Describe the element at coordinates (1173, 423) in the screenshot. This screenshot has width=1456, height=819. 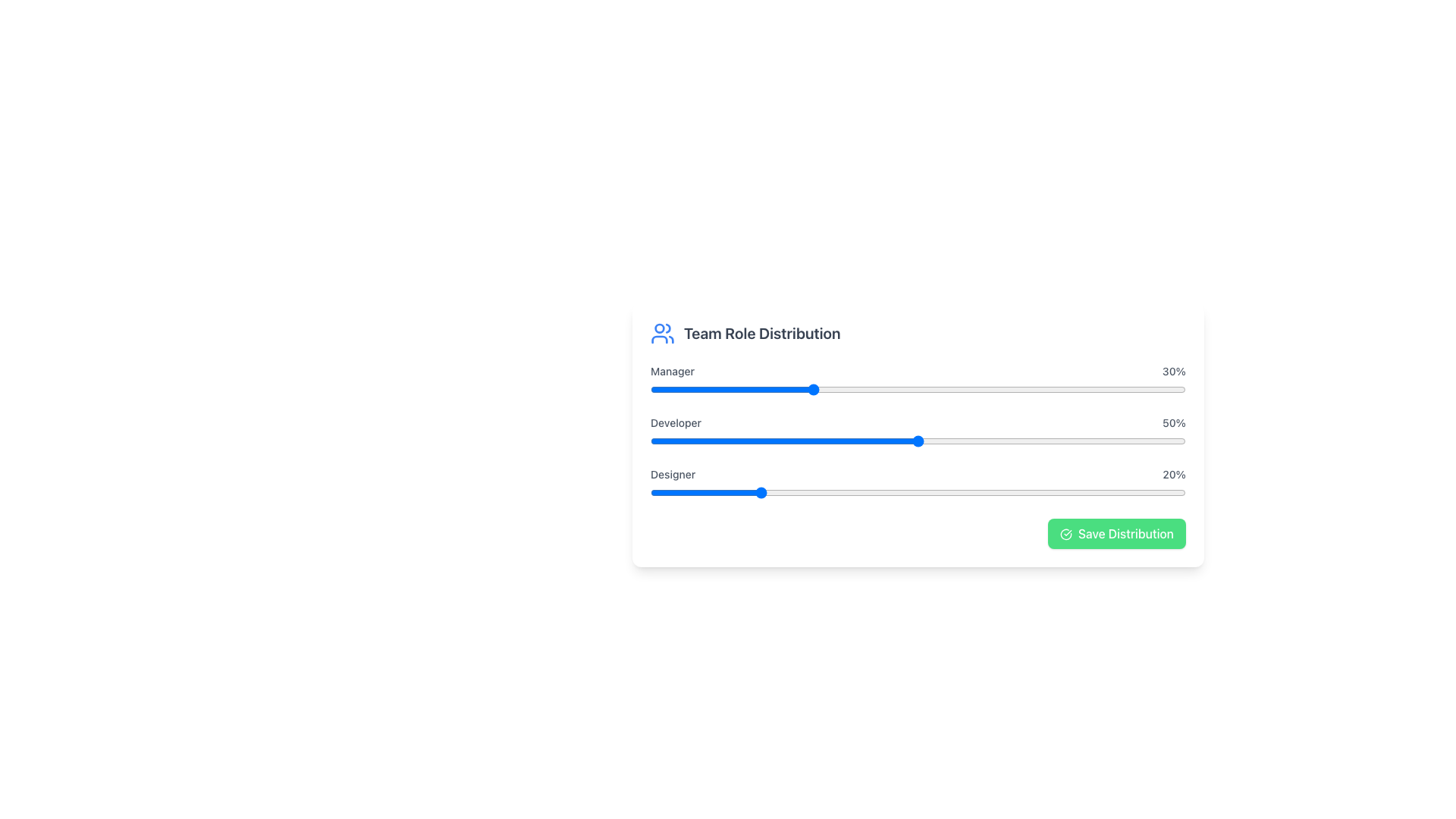
I see `the static text label '50%' which is displayed in a small, gray font to the right of the 'Developer' slider in the 'Team Role Distribution' component` at that location.